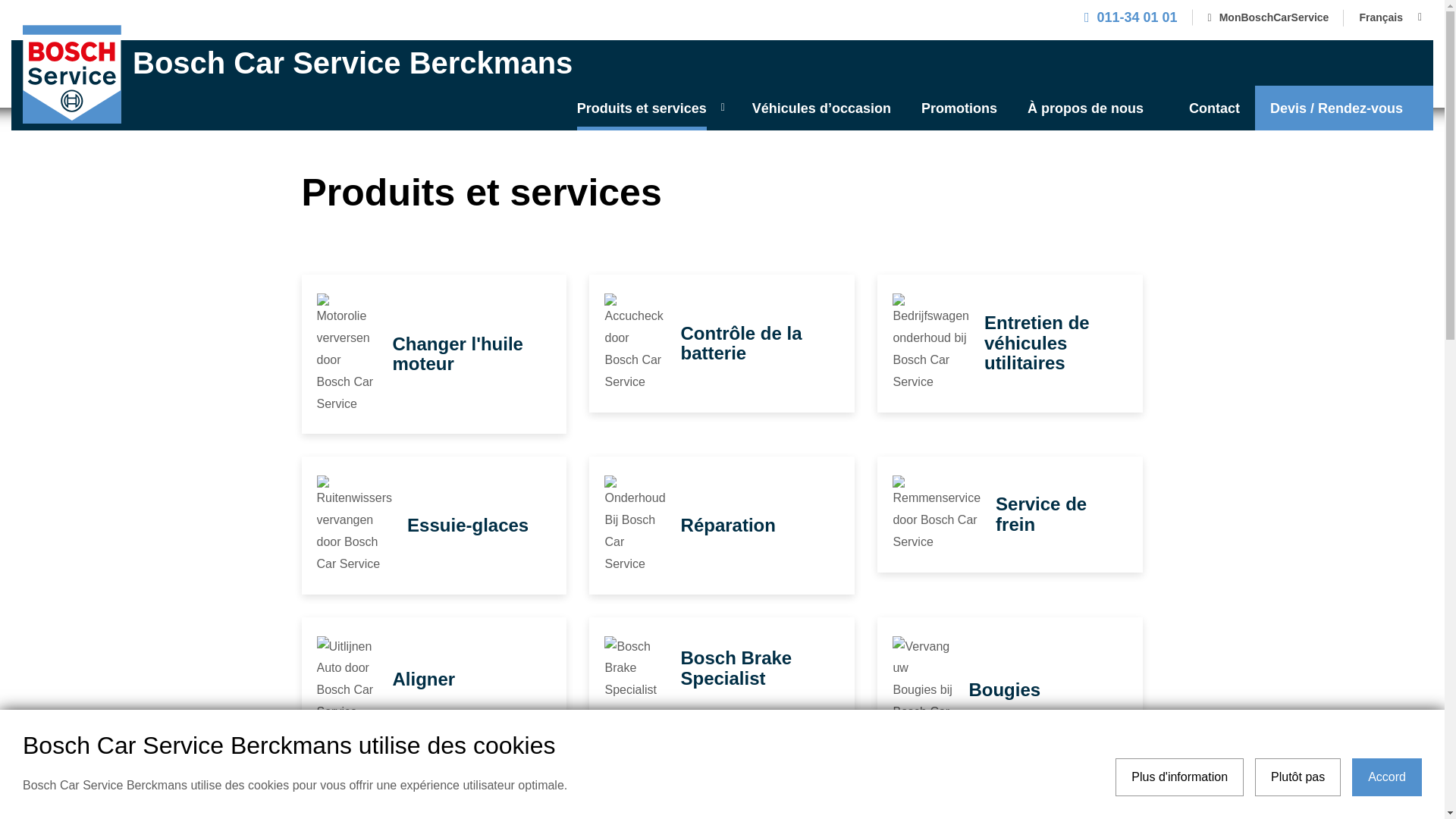  What do you see at coordinates (736, 667) in the screenshot?
I see `'Bosch Brake Specialist'` at bounding box center [736, 667].